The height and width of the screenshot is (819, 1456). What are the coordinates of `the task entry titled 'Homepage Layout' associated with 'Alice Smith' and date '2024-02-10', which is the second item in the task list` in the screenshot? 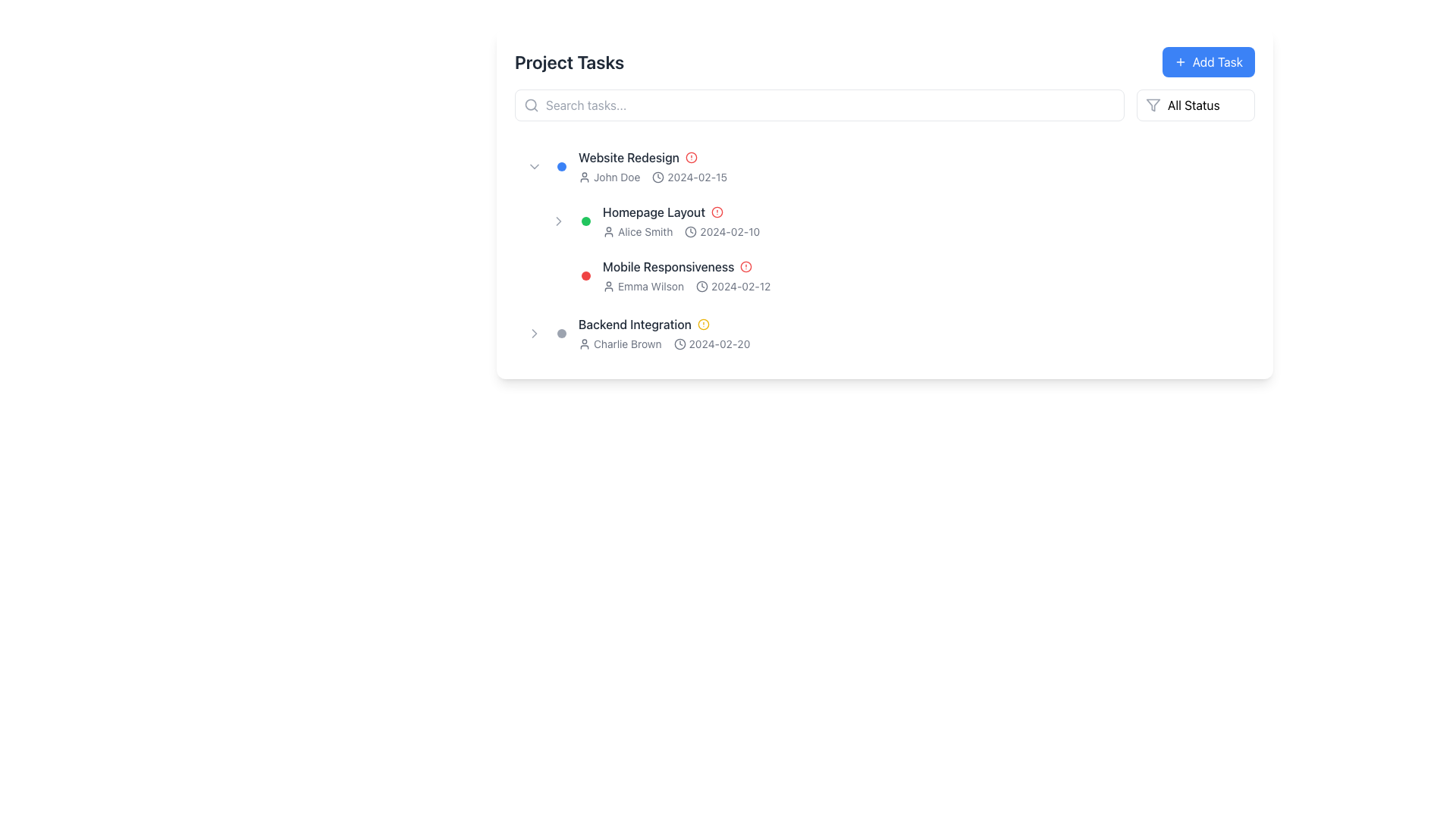 It's located at (896, 221).